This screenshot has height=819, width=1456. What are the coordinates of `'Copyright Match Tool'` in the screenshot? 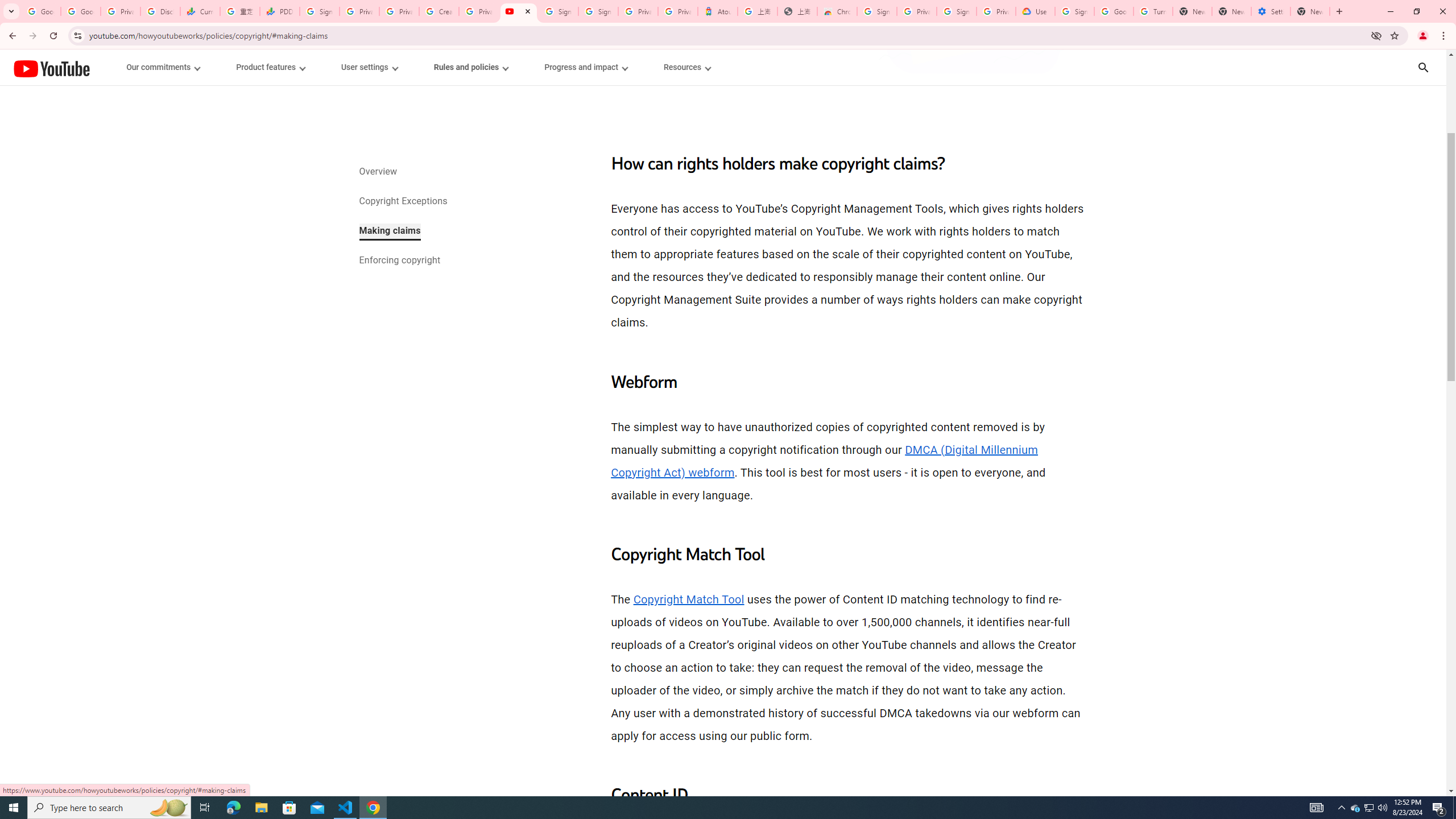 It's located at (688, 599).